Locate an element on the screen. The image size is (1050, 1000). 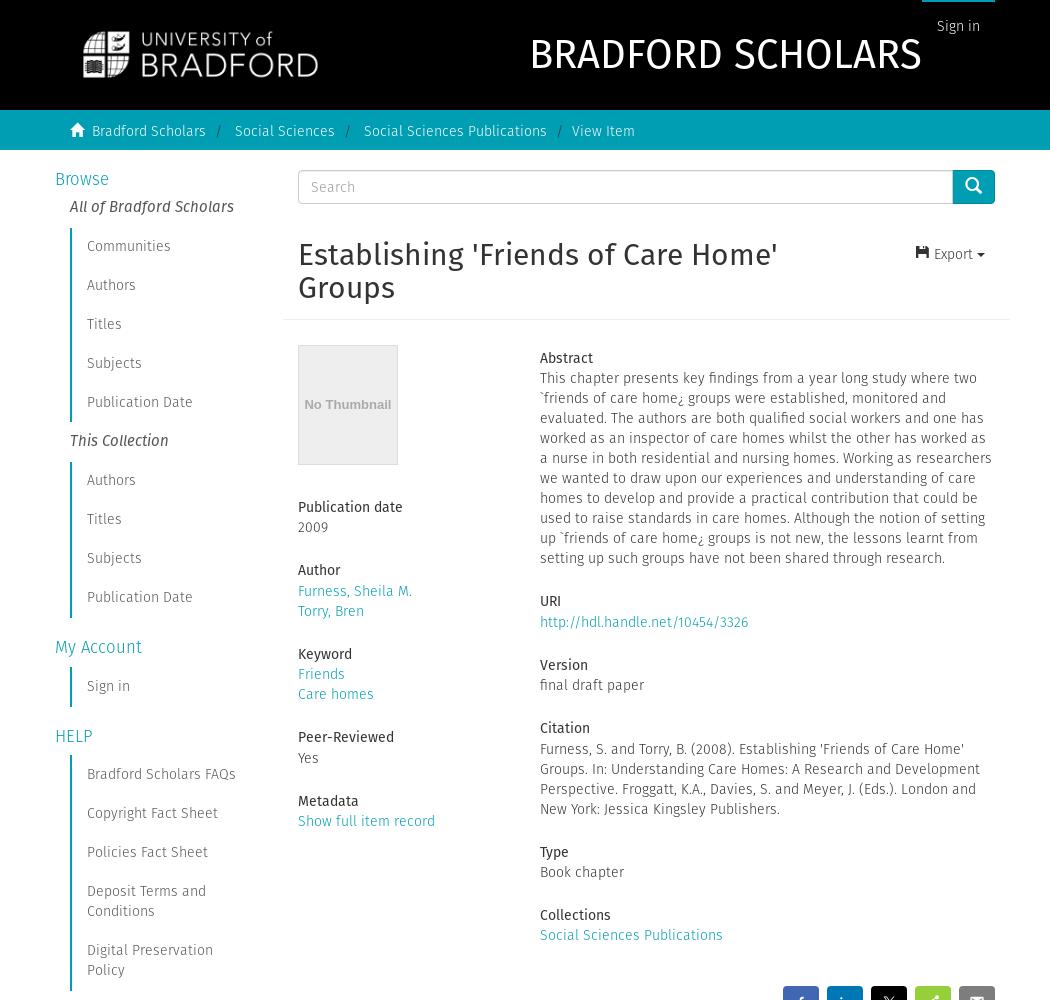
'Peer-Reviewed' is located at coordinates (344, 736).